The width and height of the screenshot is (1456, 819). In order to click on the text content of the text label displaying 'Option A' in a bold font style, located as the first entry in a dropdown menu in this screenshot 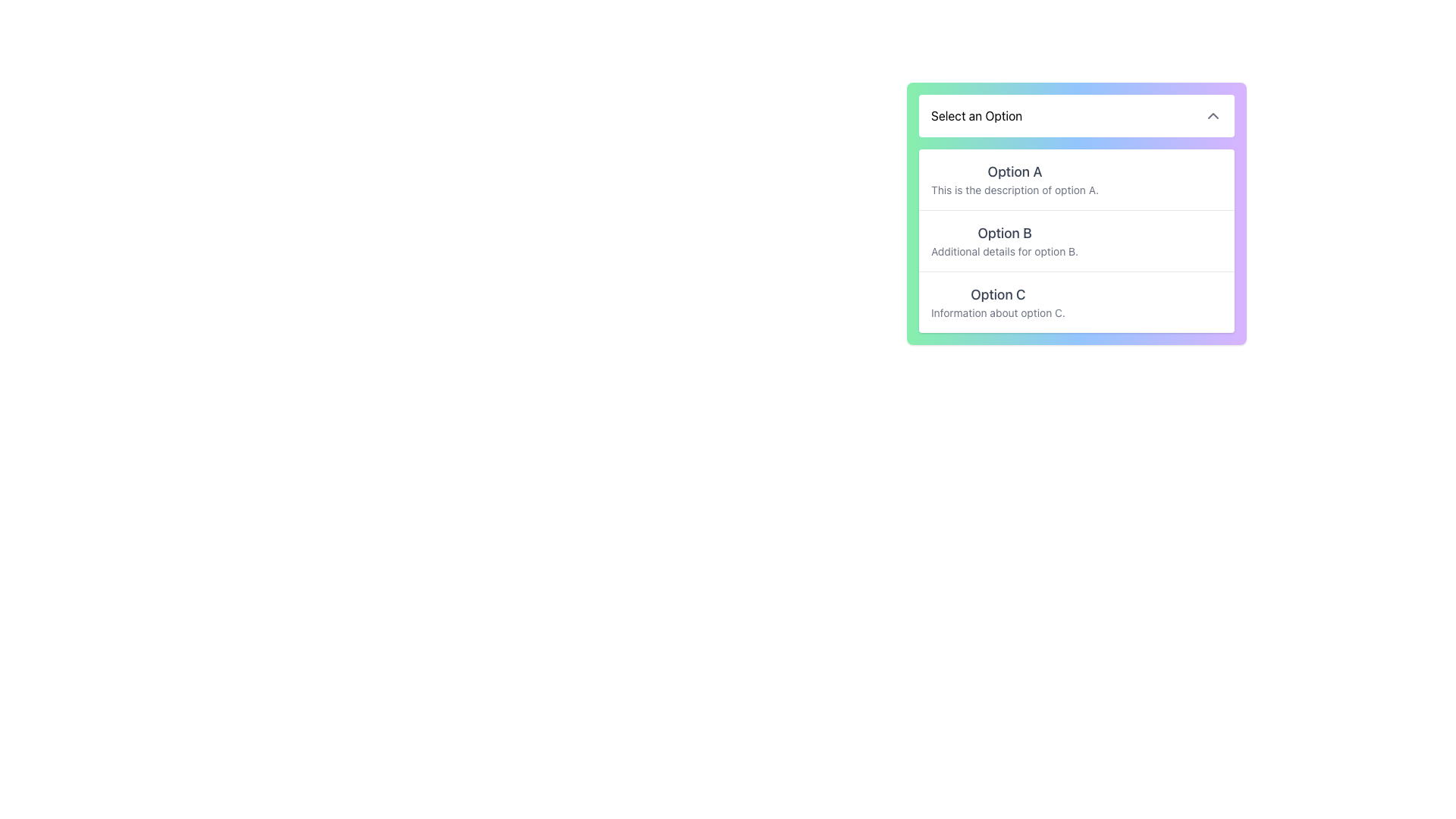, I will do `click(1015, 171)`.